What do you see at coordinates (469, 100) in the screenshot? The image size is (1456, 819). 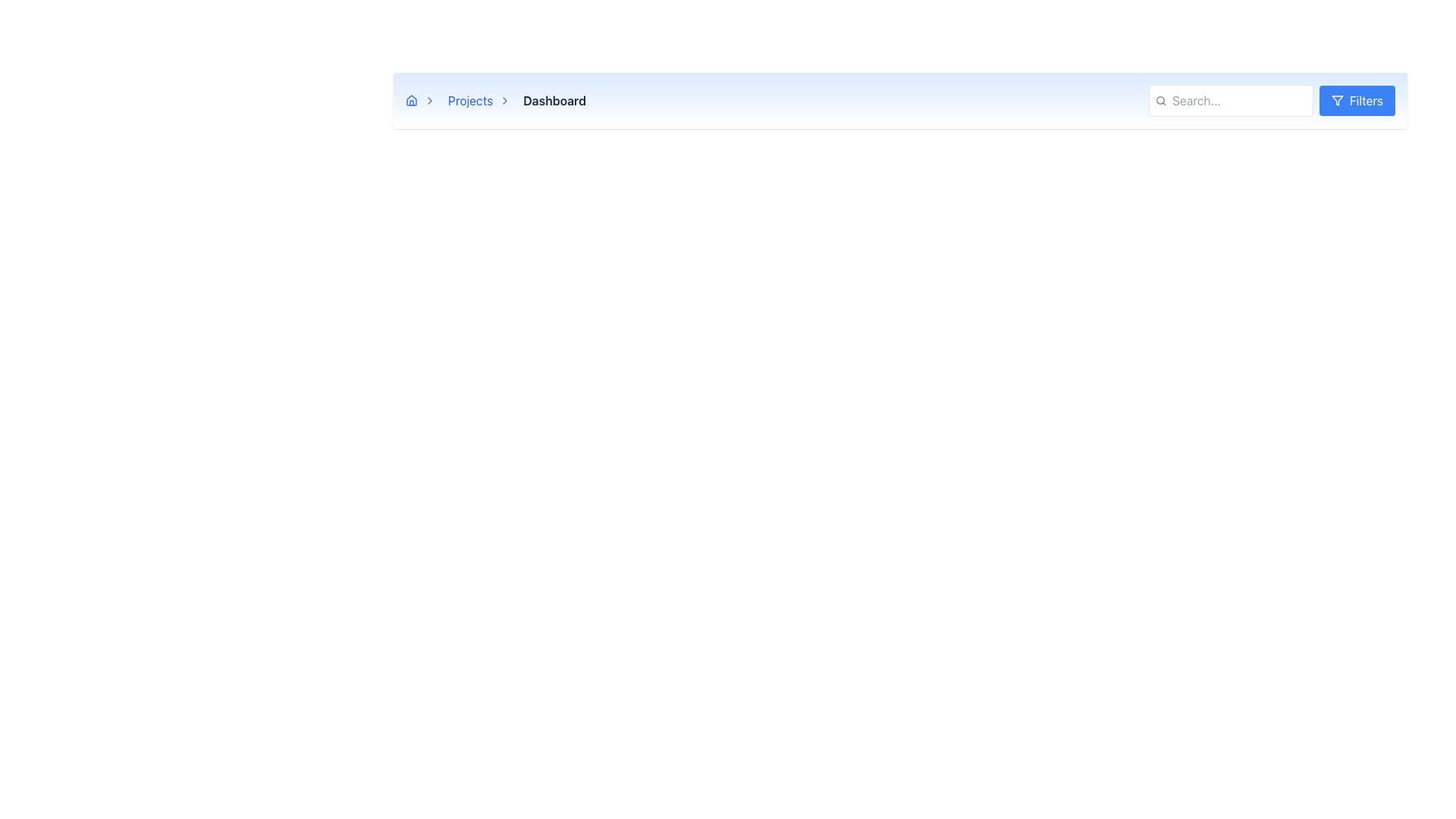 I see `the 'Projects' hyperlink in the breadcrumb navigation bar to underline the text` at bounding box center [469, 100].